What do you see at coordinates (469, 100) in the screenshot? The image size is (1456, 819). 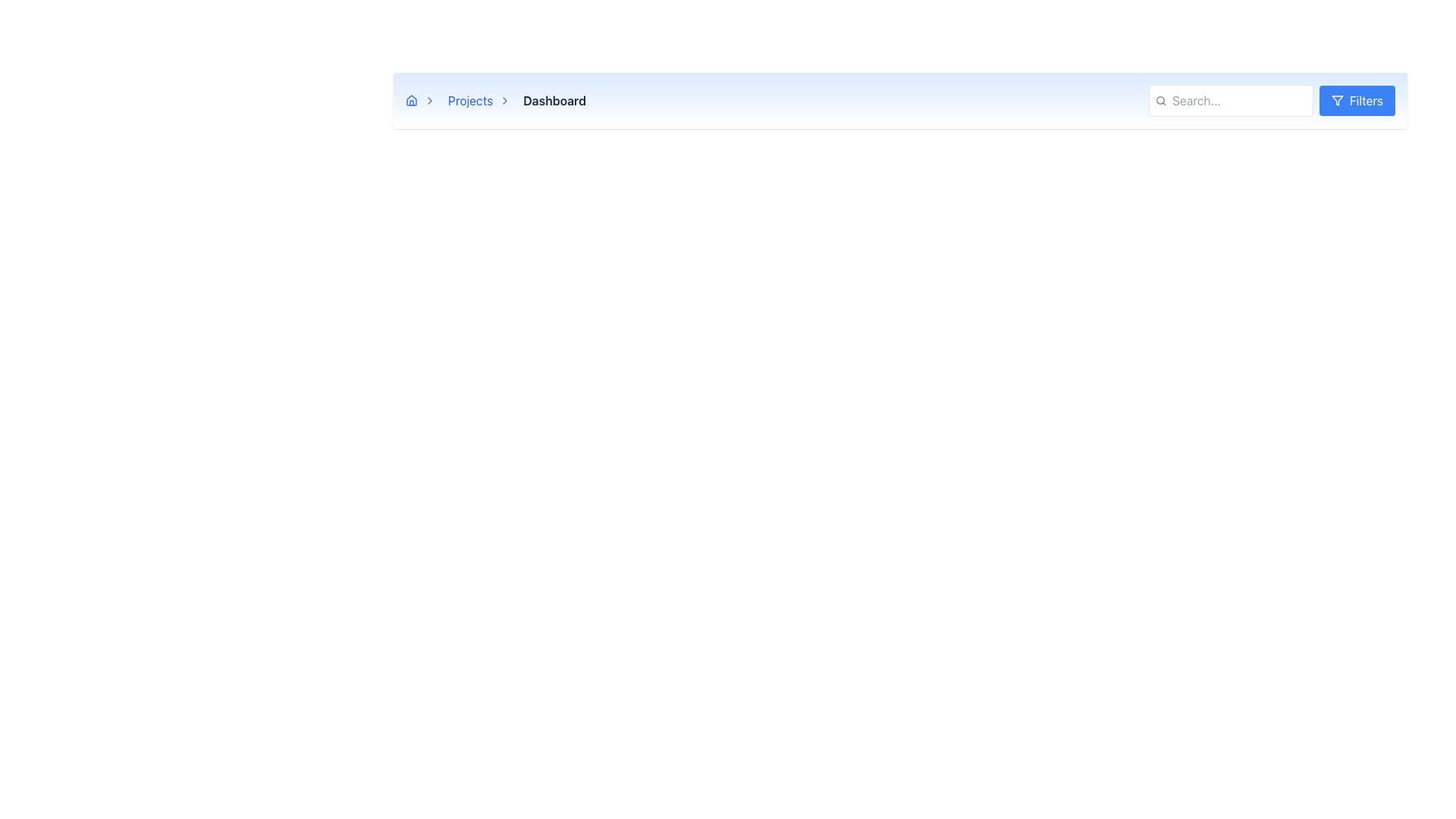 I see `the 'Projects' hyperlink in the breadcrumb navigation bar to underline the text` at bounding box center [469, 100].